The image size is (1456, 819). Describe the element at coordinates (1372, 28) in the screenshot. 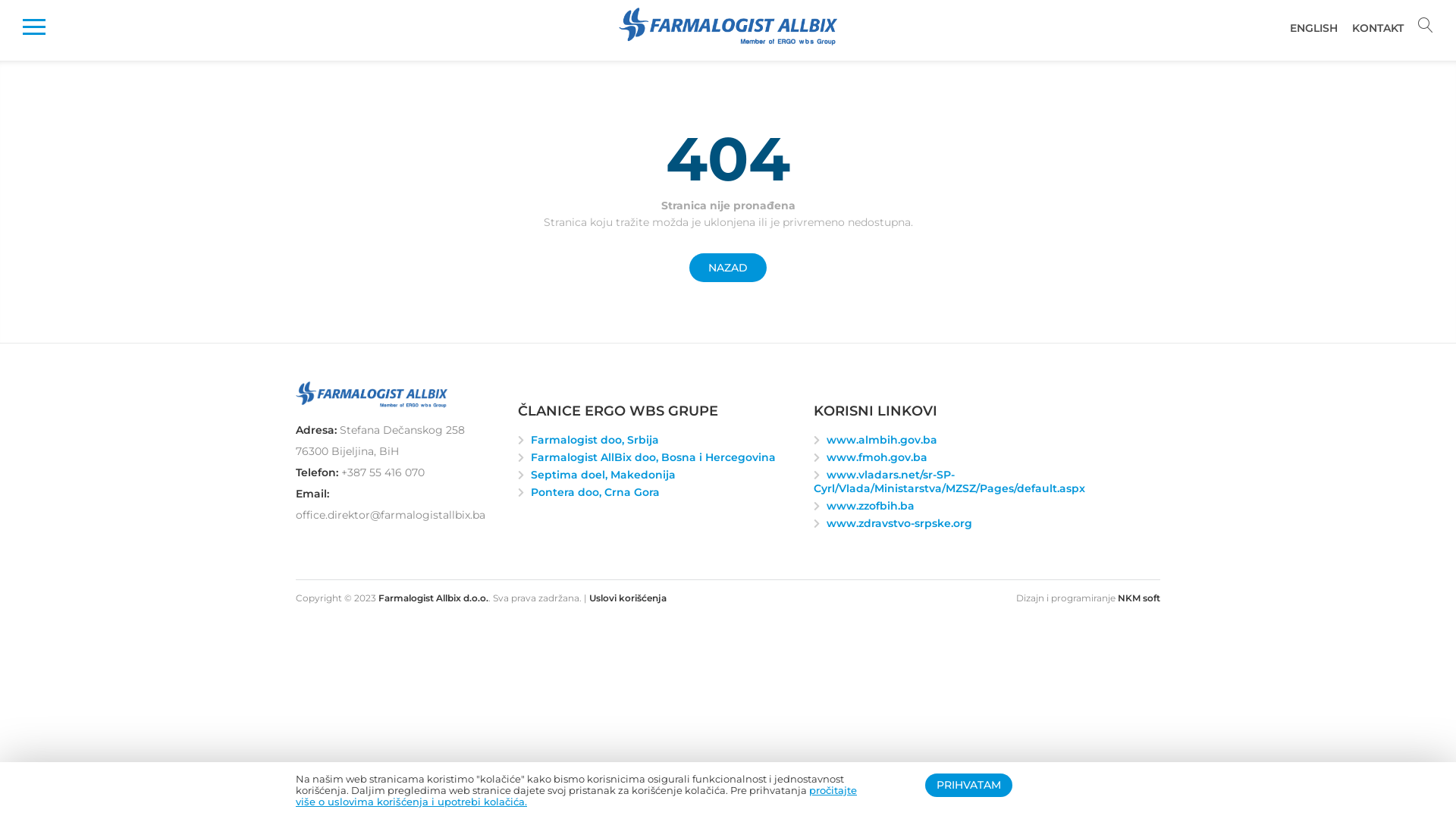

I see `'KONTAKT'` at that location.